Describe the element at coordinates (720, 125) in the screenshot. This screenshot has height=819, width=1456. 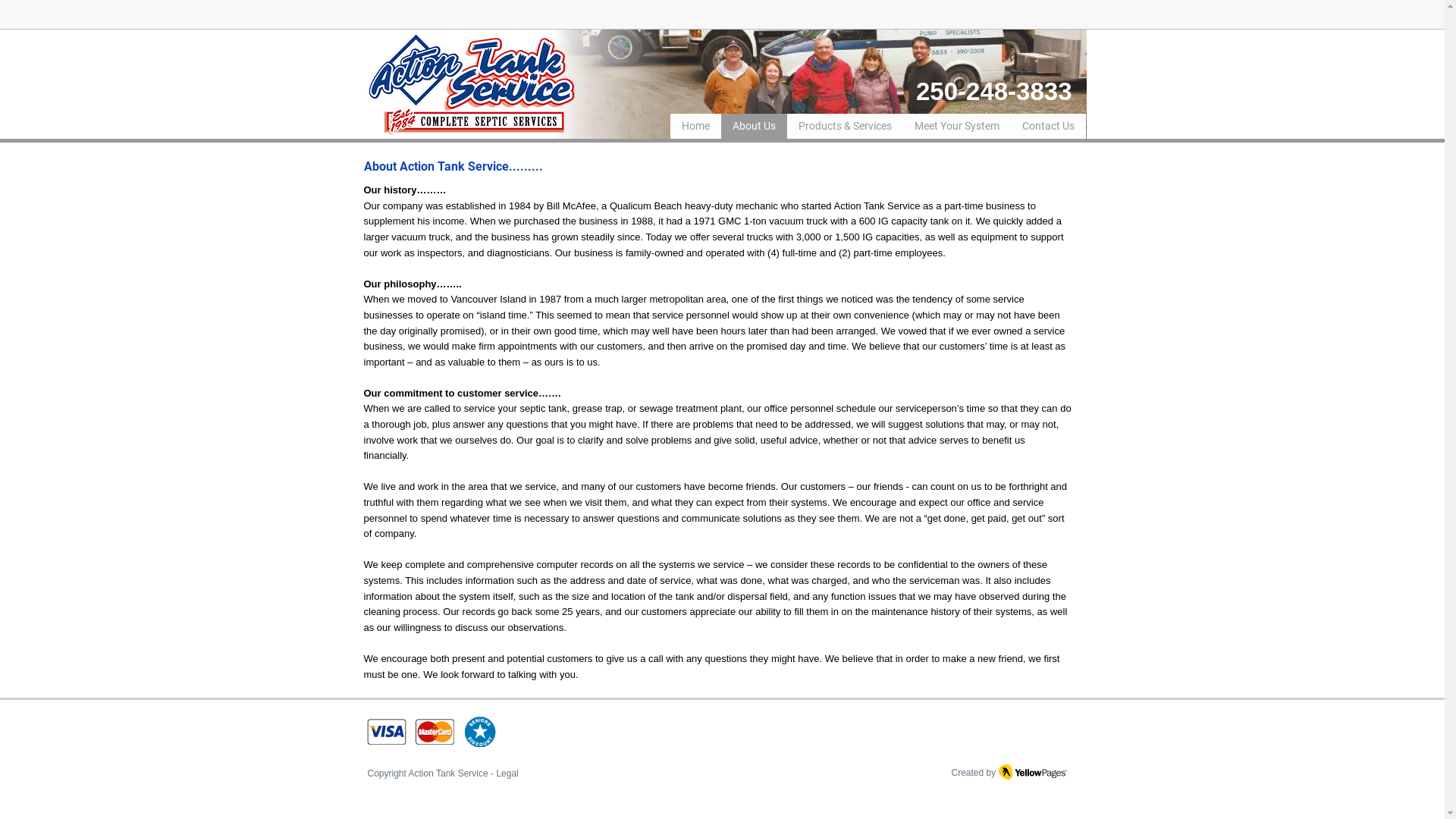
I see `'About Us'` at that location.